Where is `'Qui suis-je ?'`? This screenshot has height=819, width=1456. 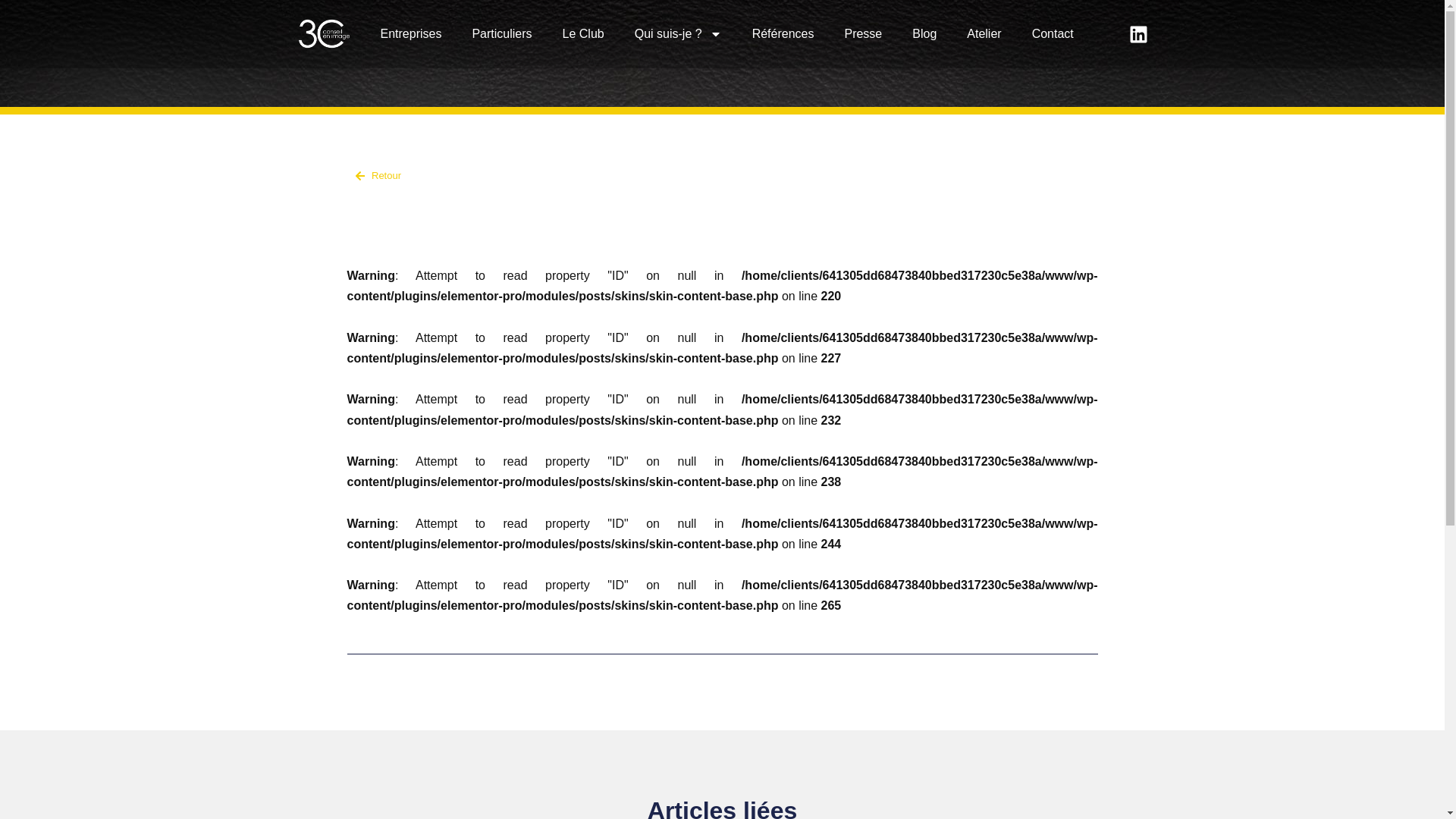 'Qui suis-je ?' is located at coordinates (677, 34).